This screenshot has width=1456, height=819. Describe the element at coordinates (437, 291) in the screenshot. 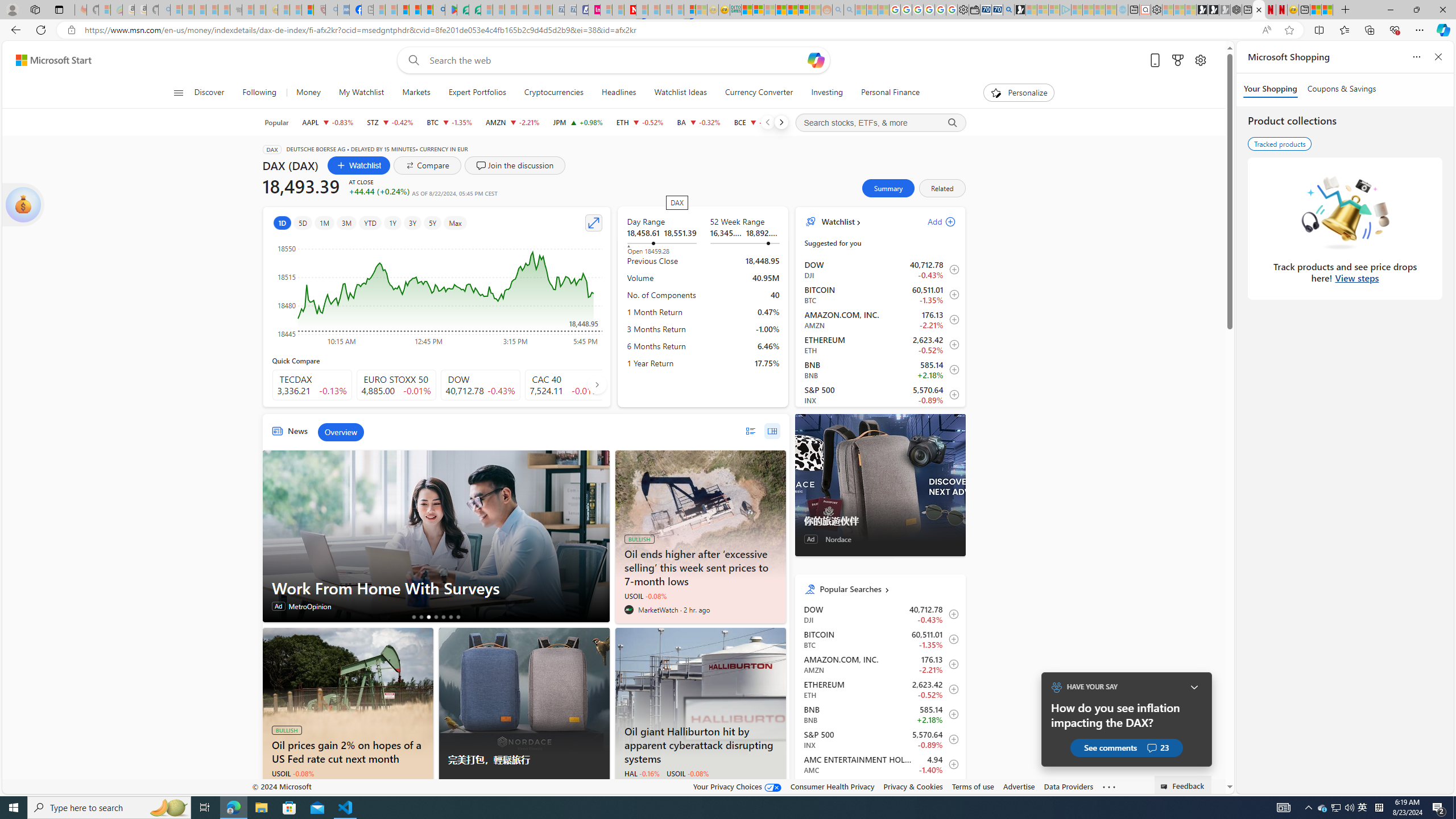

I see `'Class: recharts-surface'` at that location.